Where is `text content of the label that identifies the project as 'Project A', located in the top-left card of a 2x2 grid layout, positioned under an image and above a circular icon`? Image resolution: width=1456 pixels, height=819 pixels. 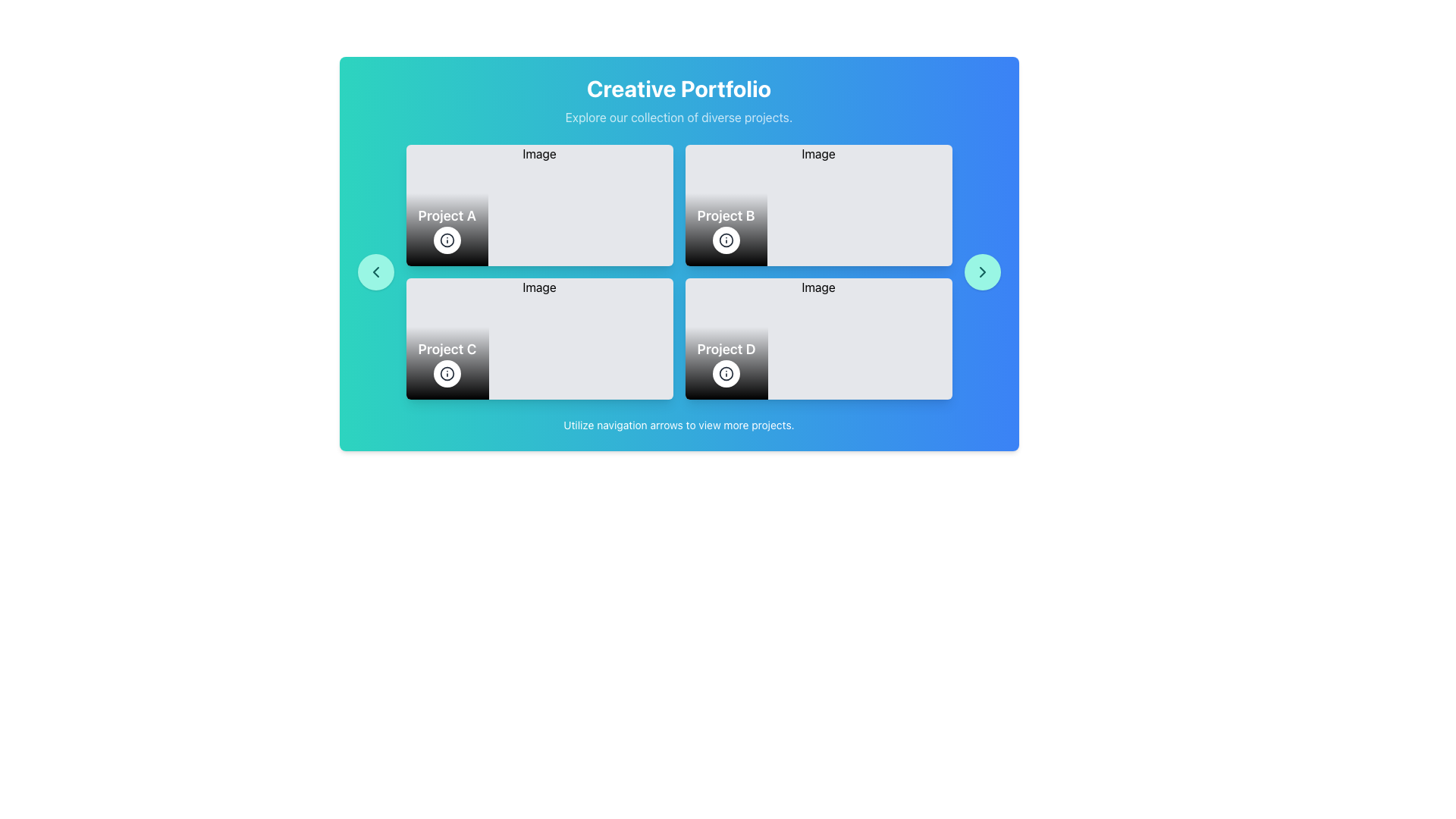
text content of the label that identifies the project as 'Project A', located in the top-left card of a 2x2 grid layout, positioned under an image and above a circular icon is located at coordinates (446, 216).